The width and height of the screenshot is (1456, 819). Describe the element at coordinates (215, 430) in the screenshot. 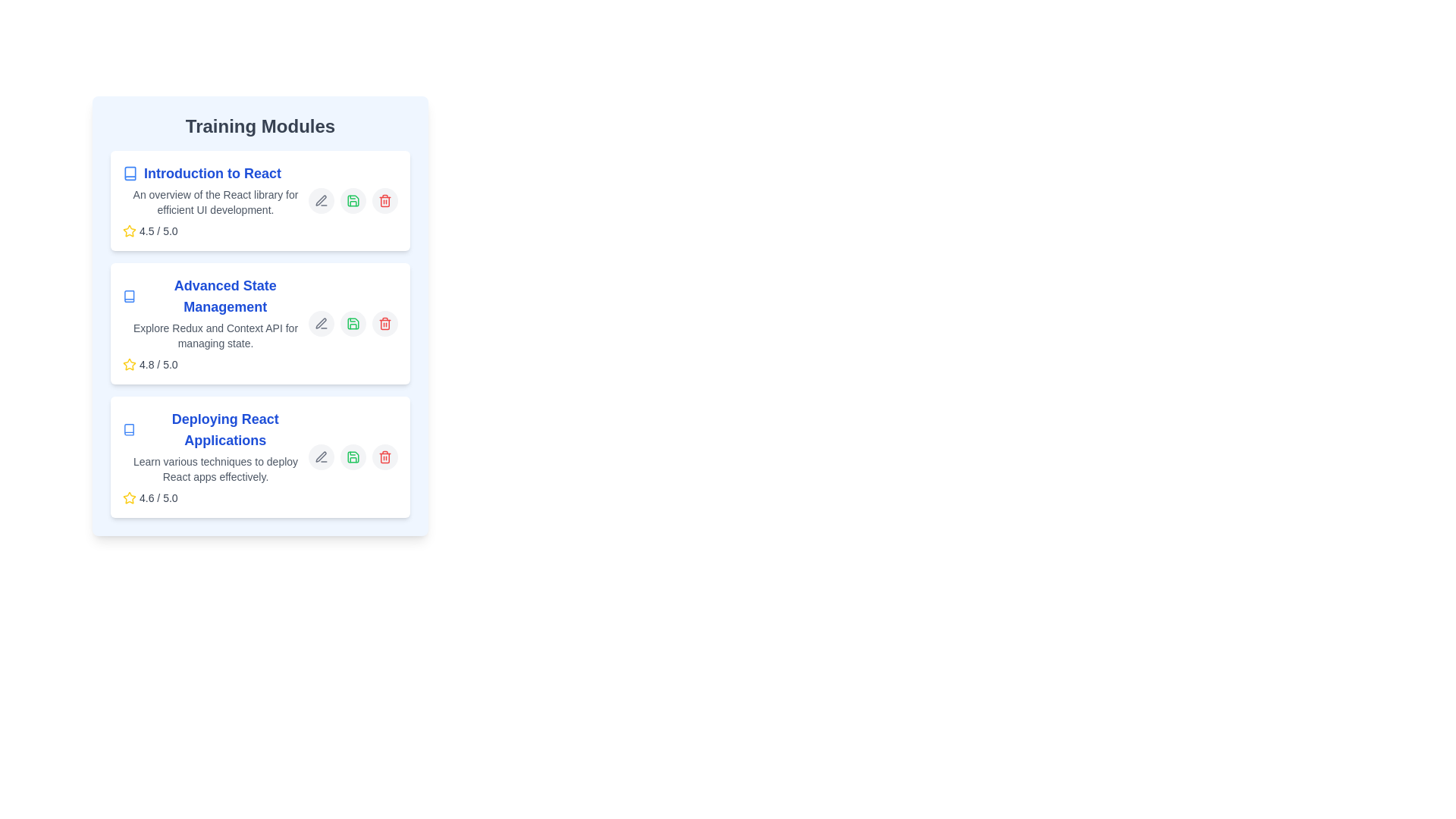

I see `the 'Deploying React Applications' text label with icon in the third card of the 'Training Modules' section for more options` at that location.